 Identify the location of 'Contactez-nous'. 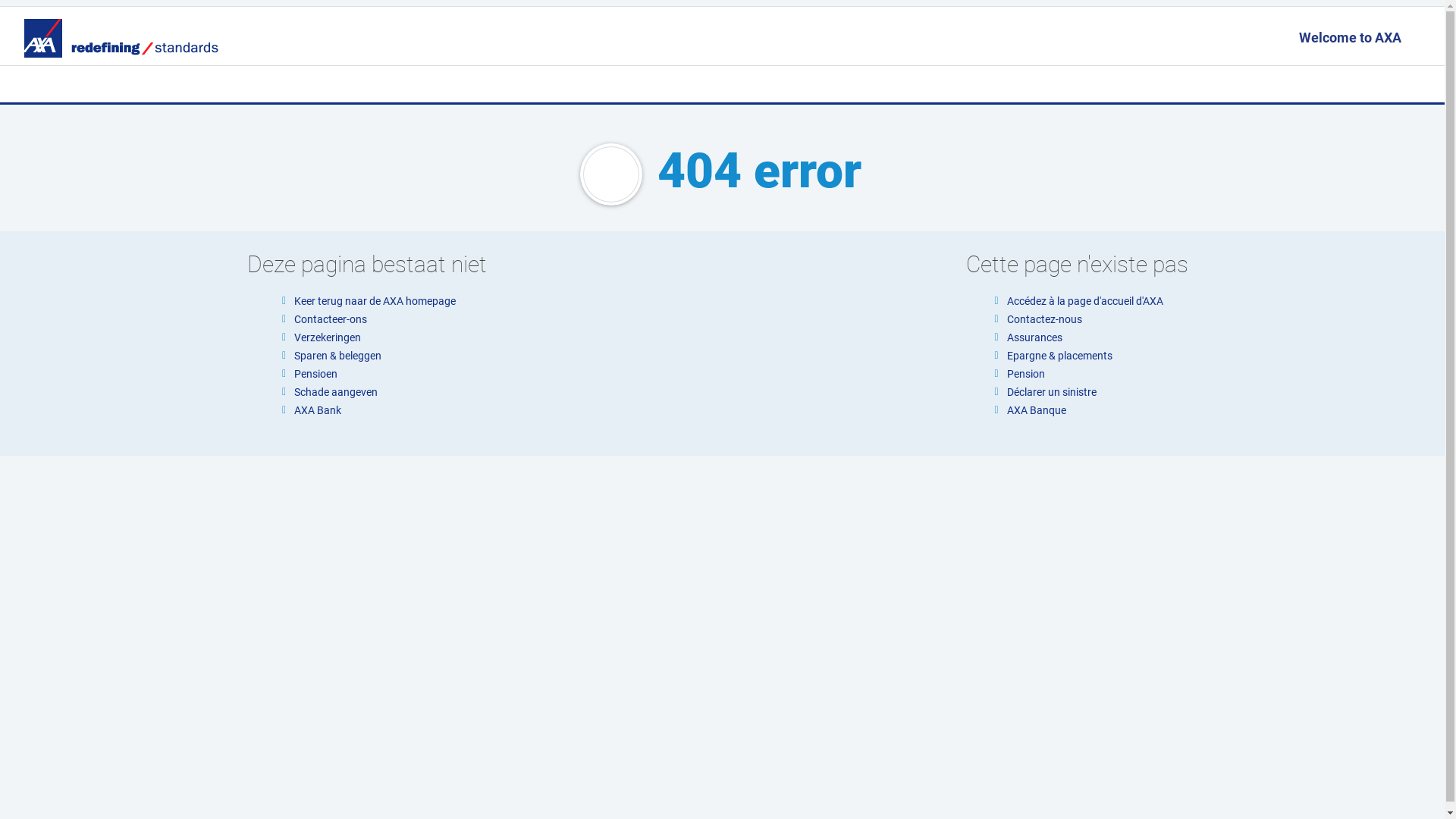
(1043, 318).